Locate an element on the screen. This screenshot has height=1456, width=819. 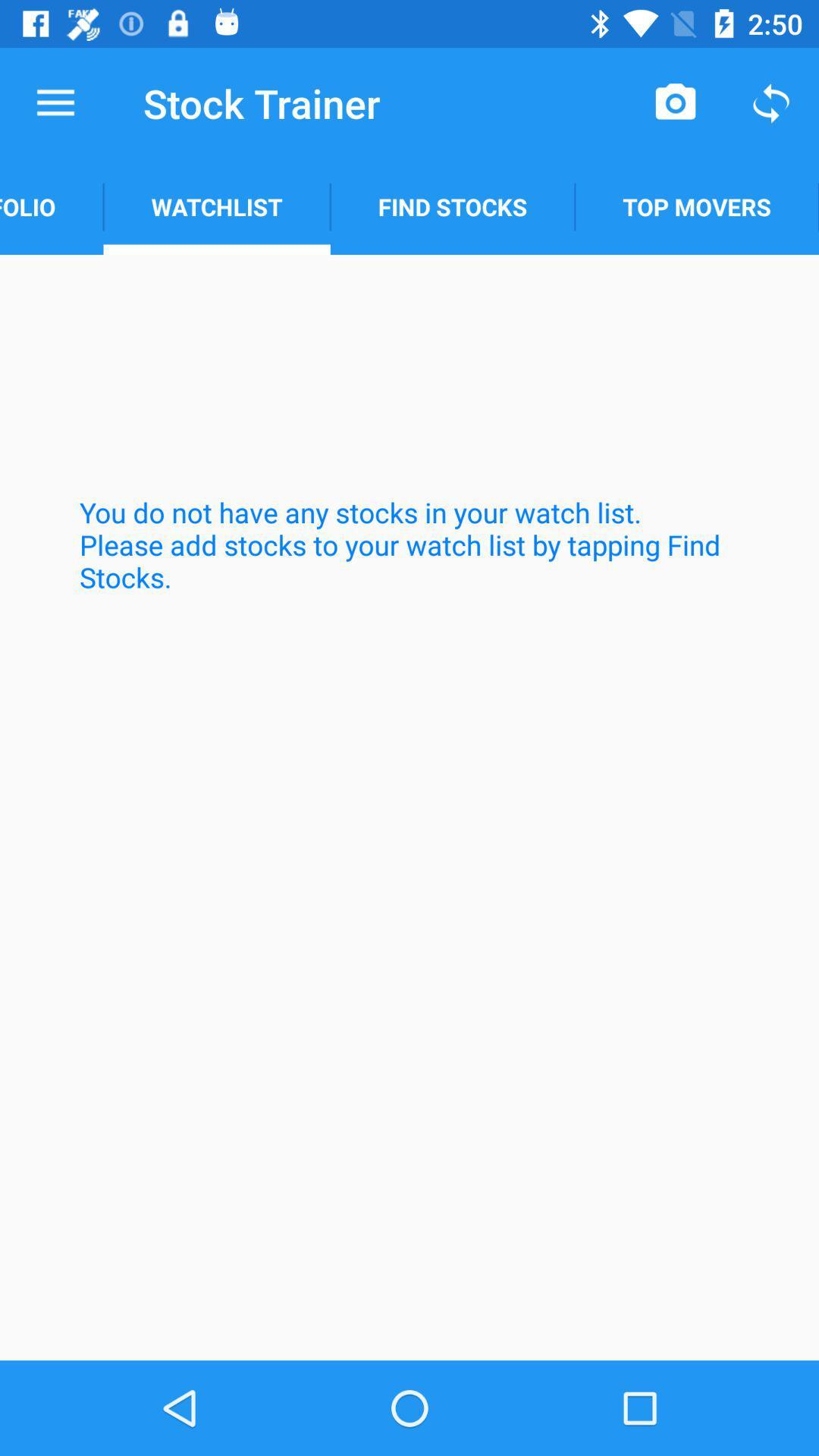
top movers item is located at coordinates (697, 206).